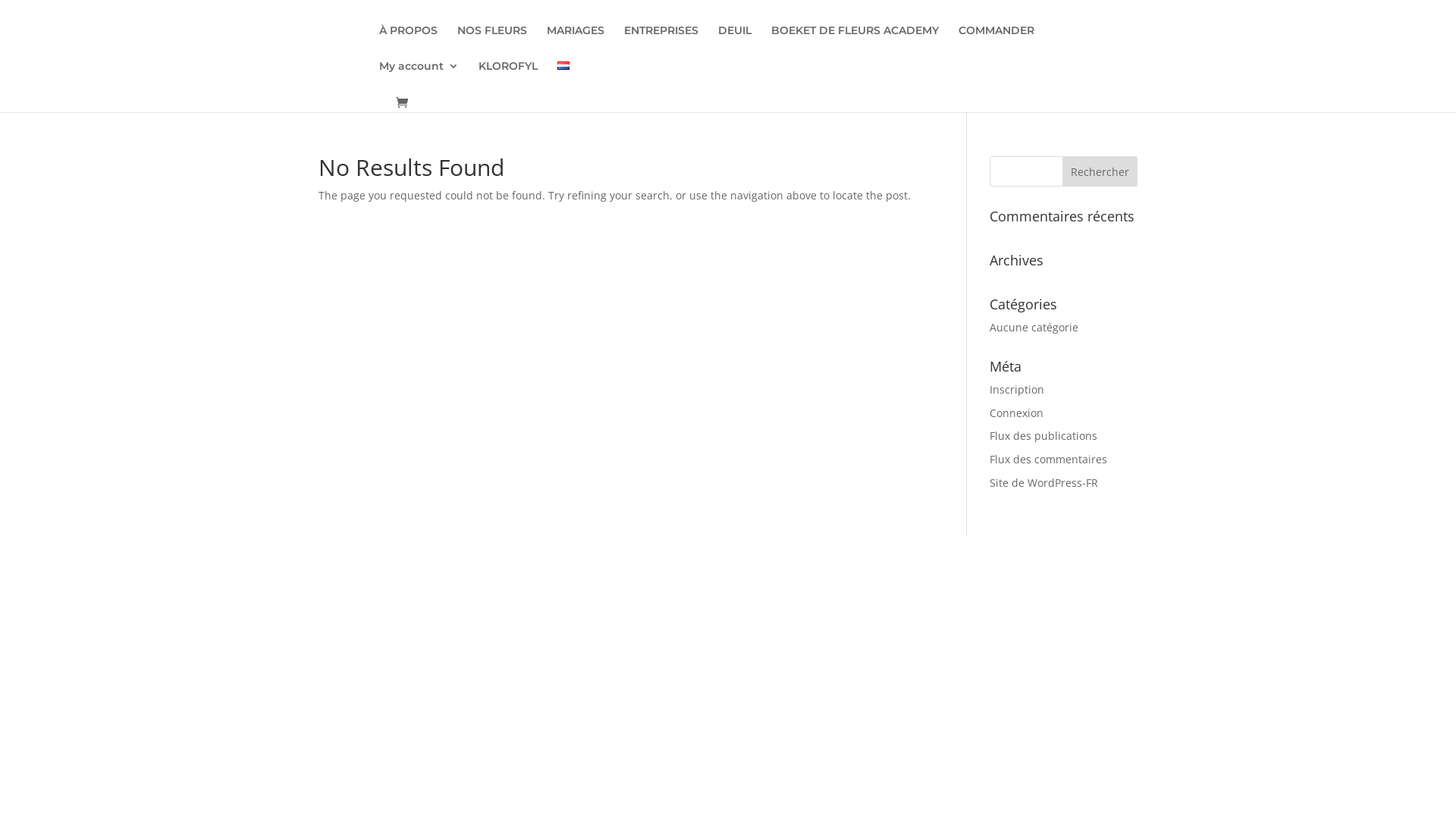  Describe the element at coordinates (855, 42) in the screenshot. I see `'BOEKET DE FLEURS ACADEMY'` at that location.